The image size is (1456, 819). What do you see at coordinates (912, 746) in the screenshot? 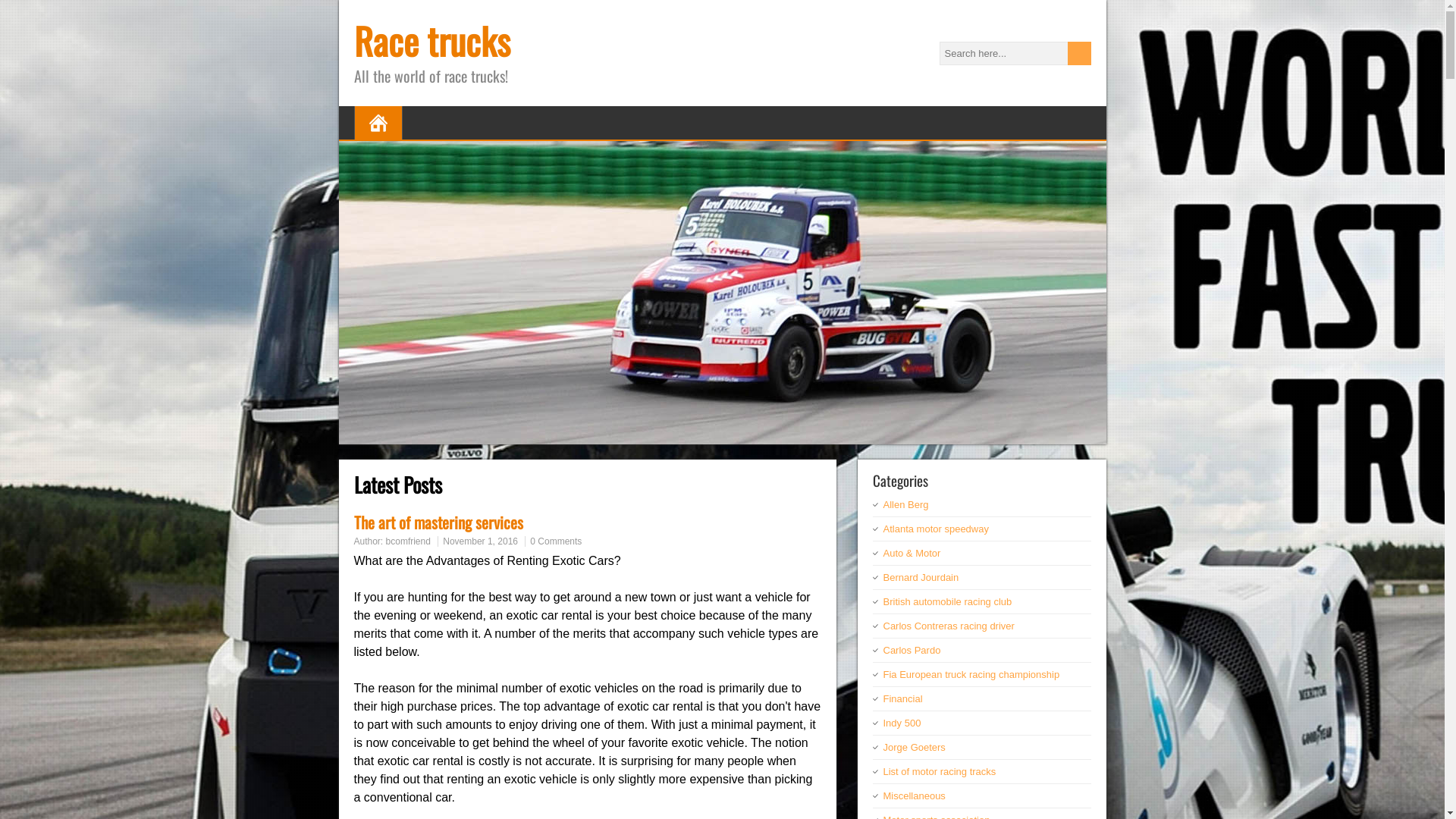
I see `'Jorge Goeters'` at bounding box center [912, 746].